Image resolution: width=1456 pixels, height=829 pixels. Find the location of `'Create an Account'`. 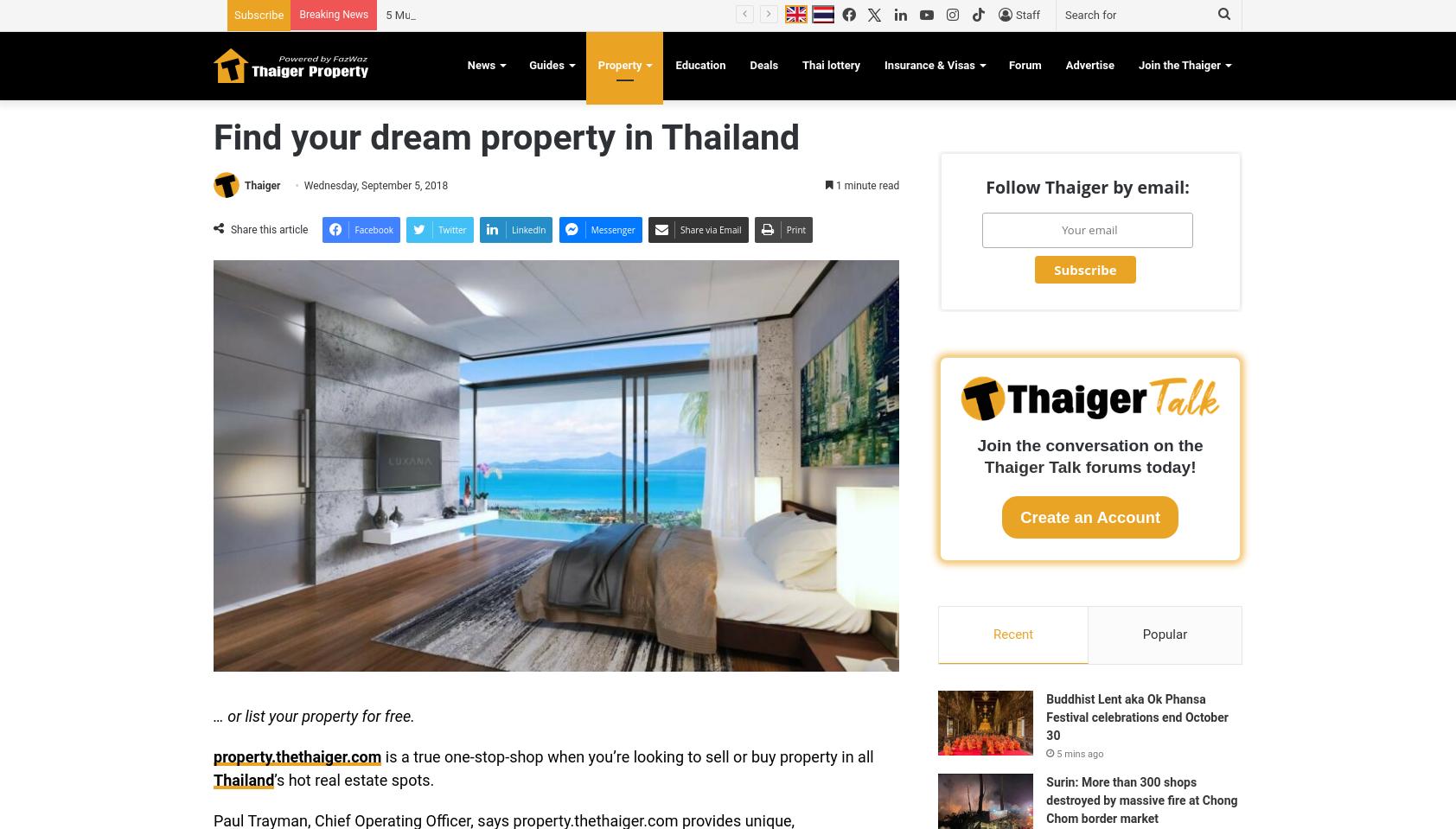

'Create an Account' is located at coordinates (1089, 516).